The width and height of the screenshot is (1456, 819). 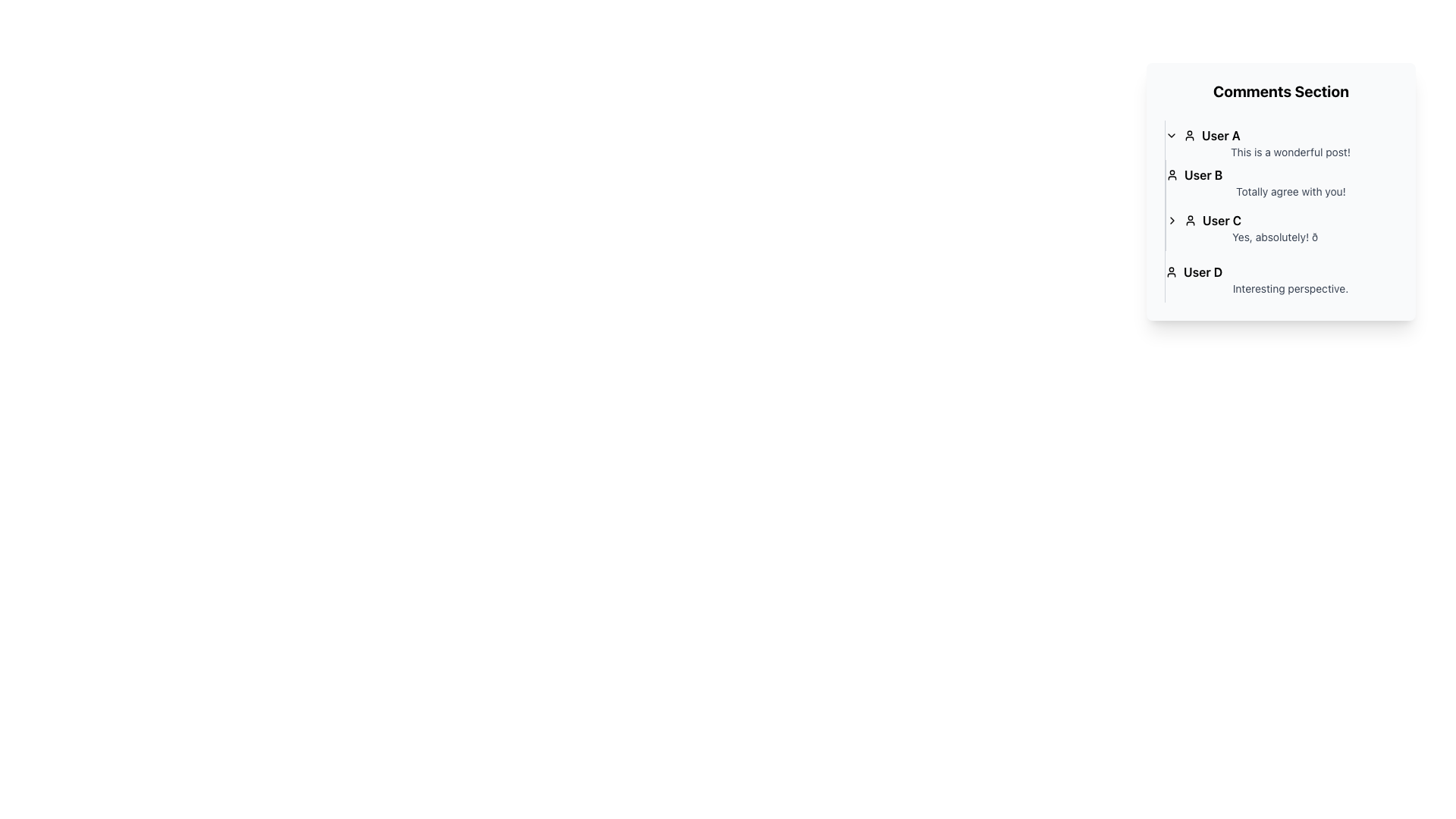 What do you see at coordinates (1280, 134) in the screenshot?
I see `the User Identifier Section for 'User A' in the comments section to highlight it` at bounding box center [1280, 134].